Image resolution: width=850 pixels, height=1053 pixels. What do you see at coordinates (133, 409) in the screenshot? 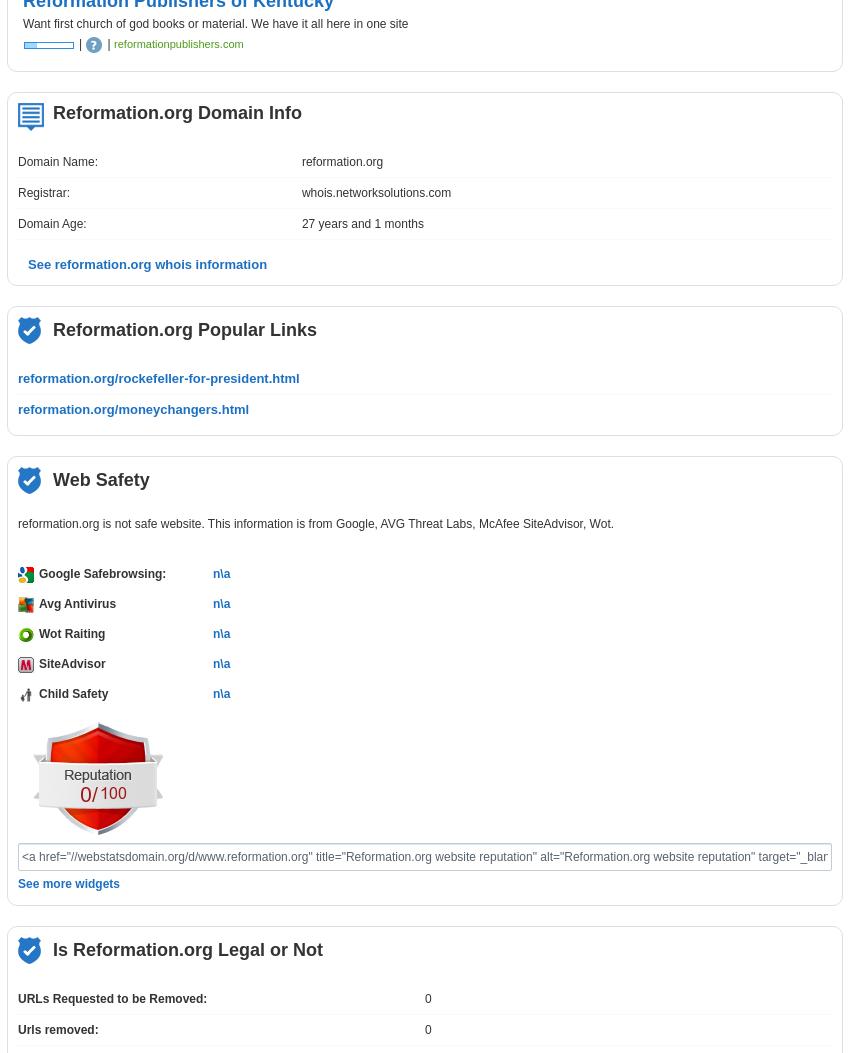
I see `'reformation.org/moneychangers.html'` at bounding box center [133, 409].